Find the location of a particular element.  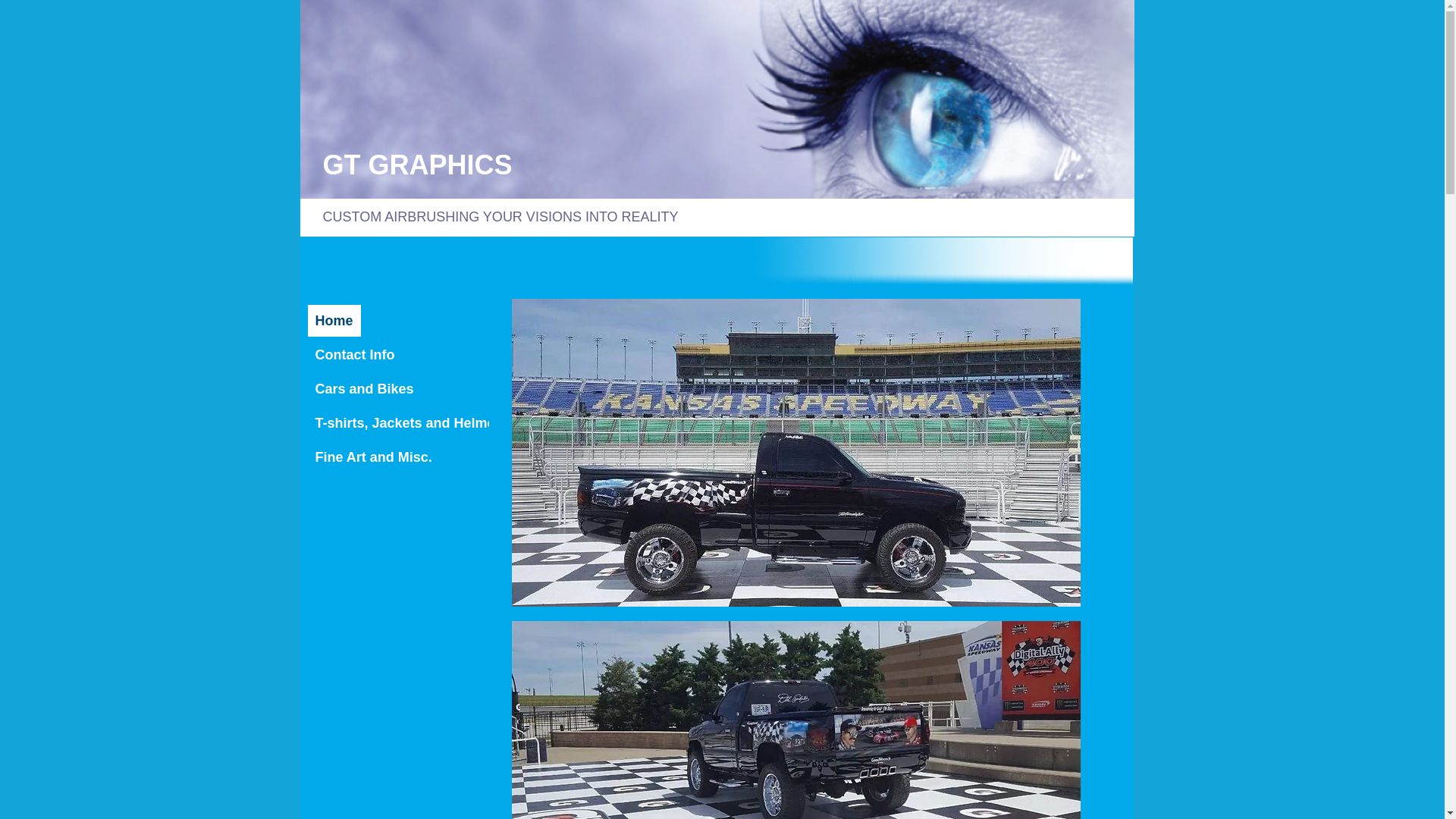

'Fine Art and Misc.' is located at coordinates (374, 456).